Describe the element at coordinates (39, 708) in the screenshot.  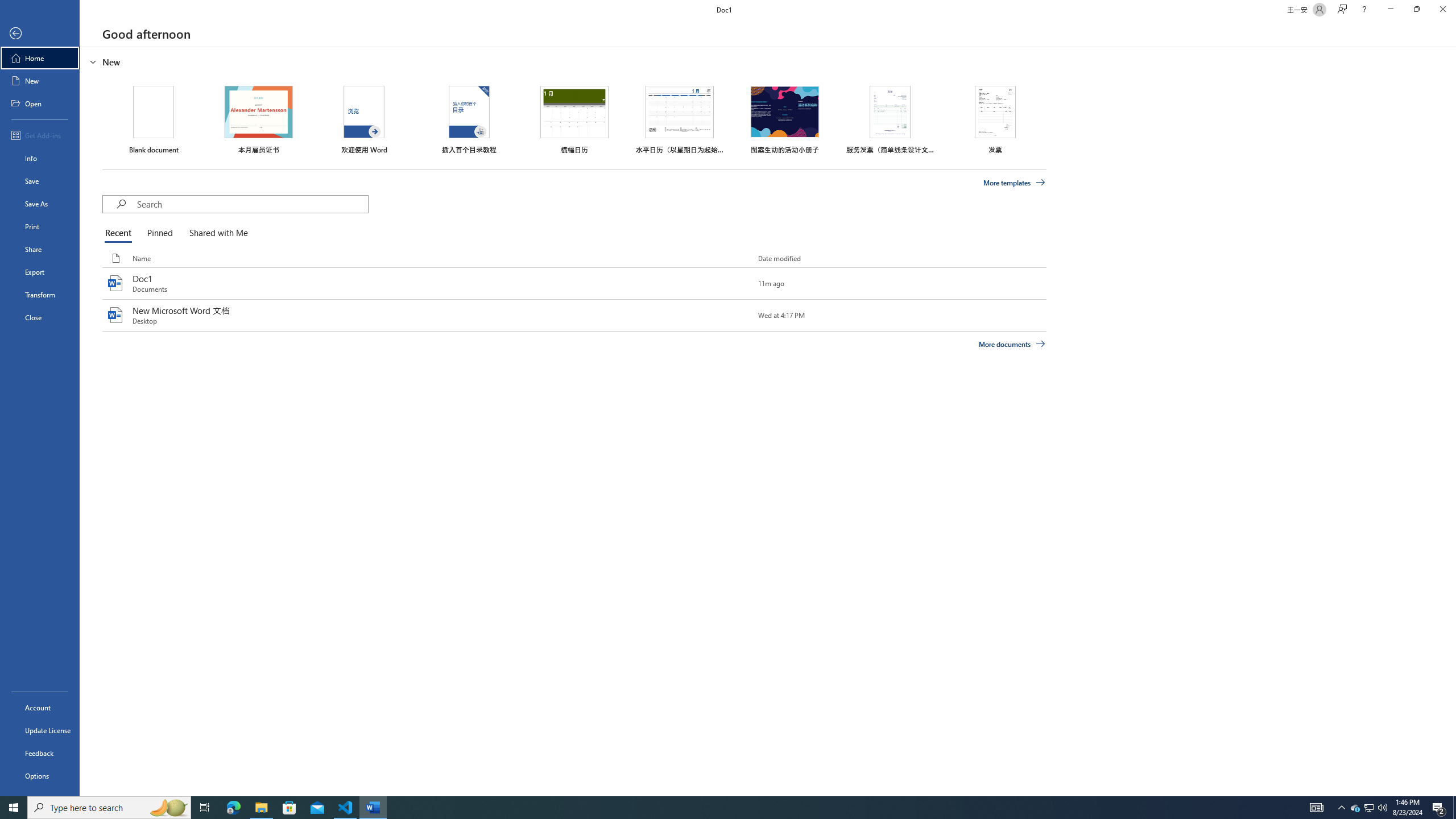
I see `'Account'` at that location.